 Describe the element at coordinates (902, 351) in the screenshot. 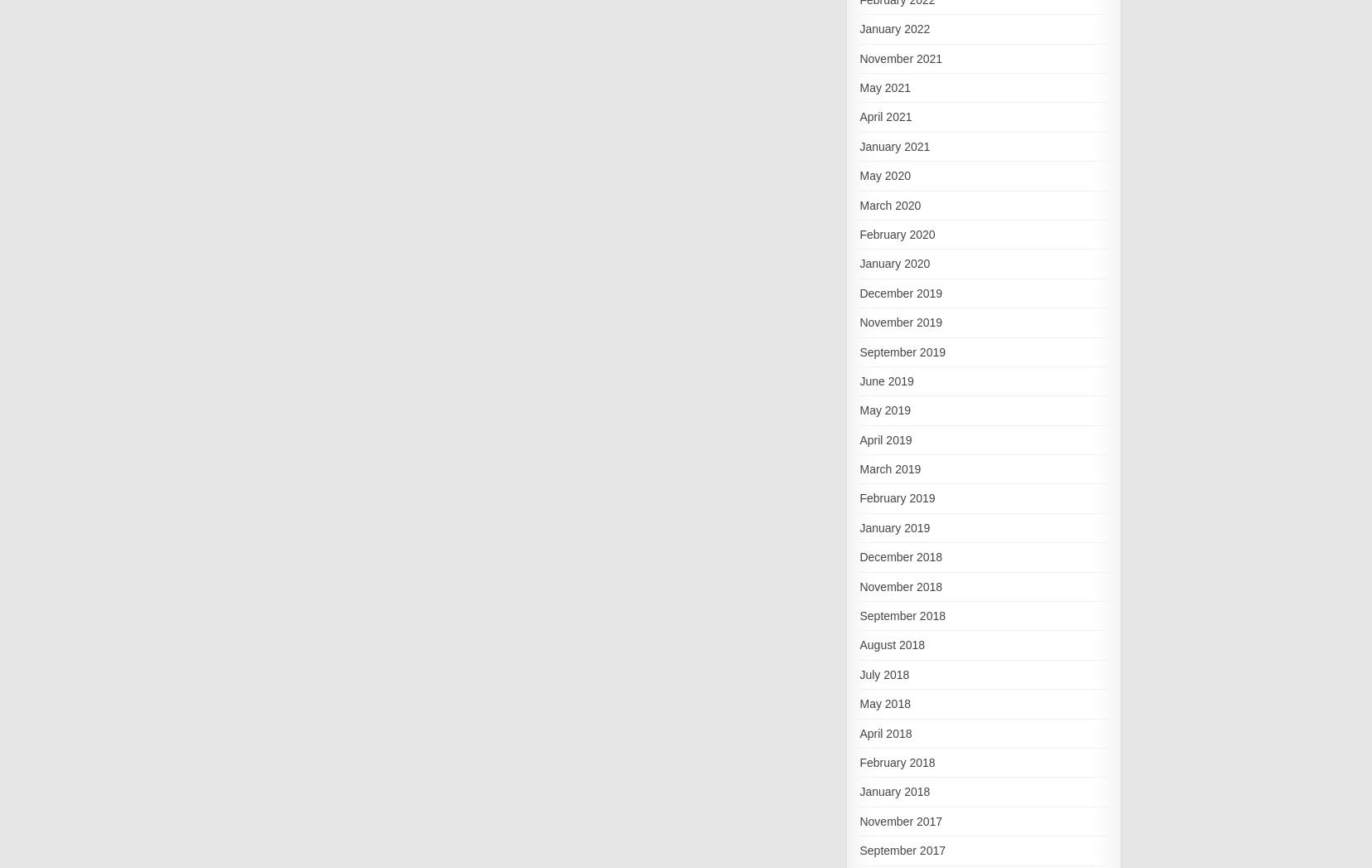

I see `'September 2019'` at that location.